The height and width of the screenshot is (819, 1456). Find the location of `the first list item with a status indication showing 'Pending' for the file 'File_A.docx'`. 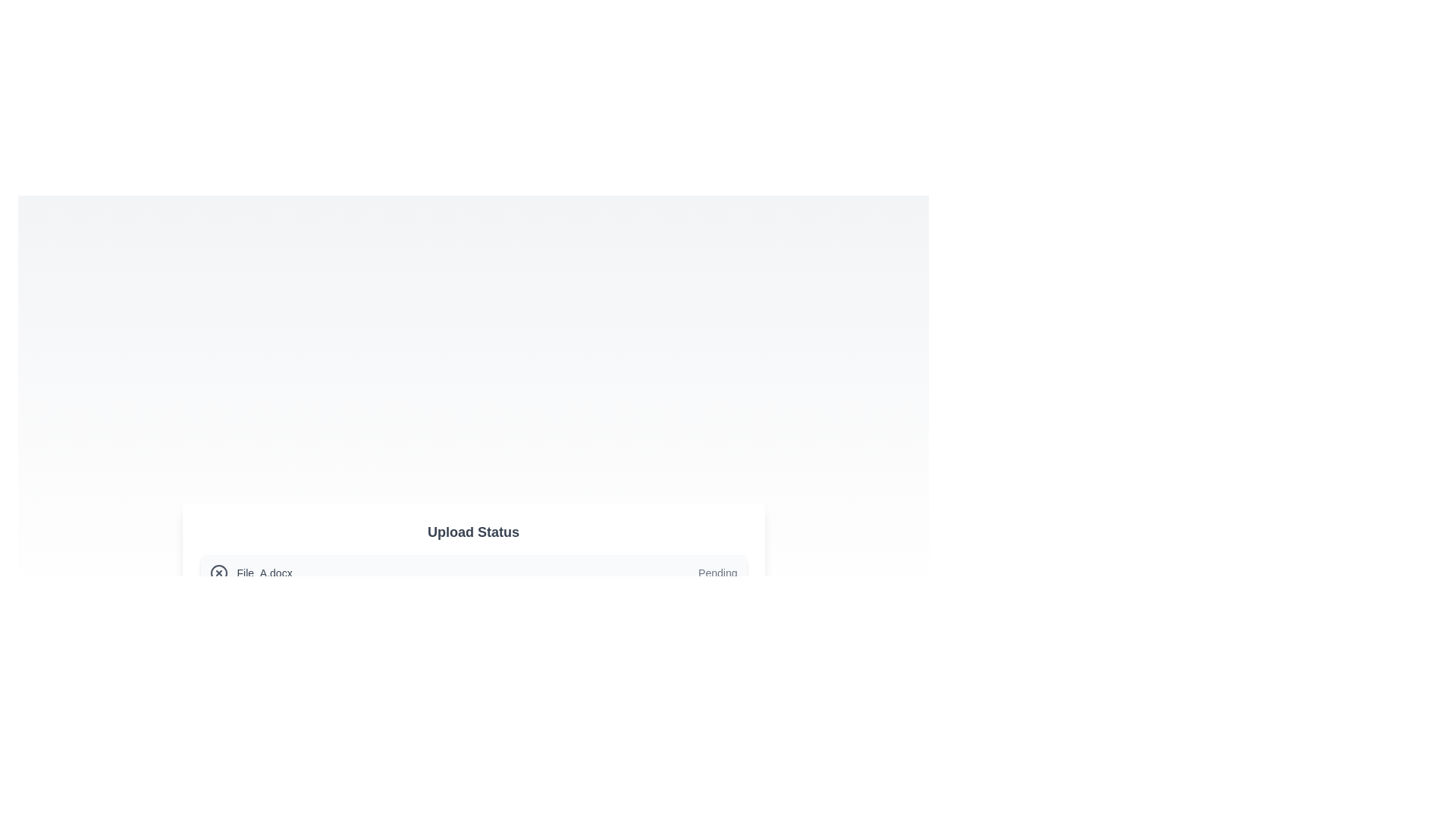

the first list item with a status indication showing 'Pending' for the file 'File_A.docx' is located at coordinates (472, 573).